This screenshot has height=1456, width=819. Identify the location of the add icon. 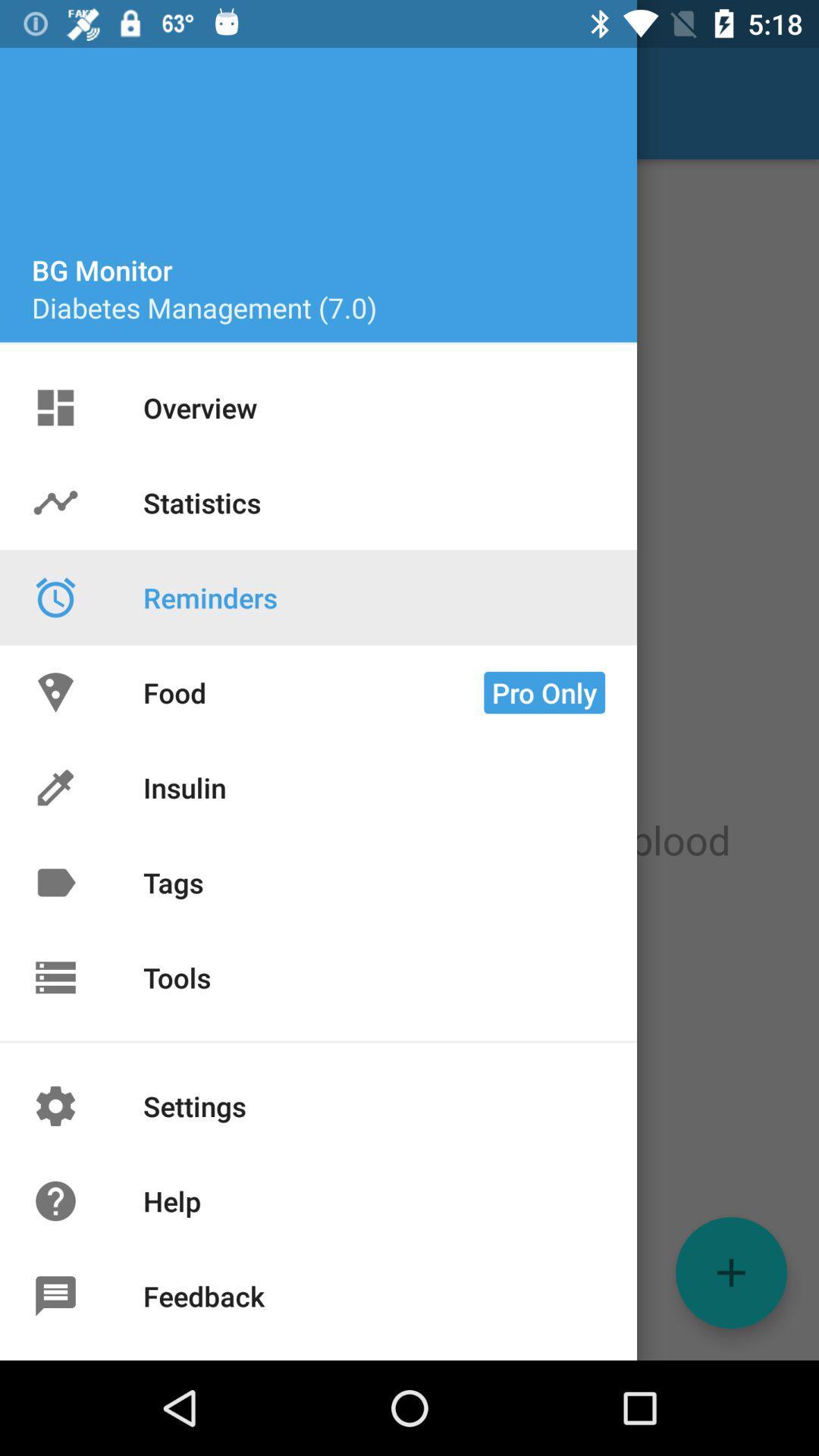
(730, 1272).